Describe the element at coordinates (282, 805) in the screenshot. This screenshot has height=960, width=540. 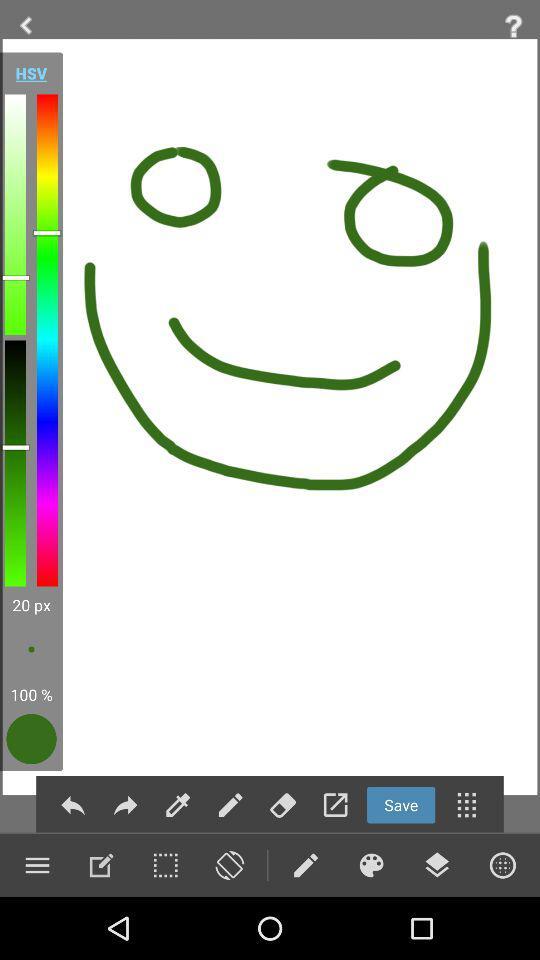
I see `eraser tool` at that location.